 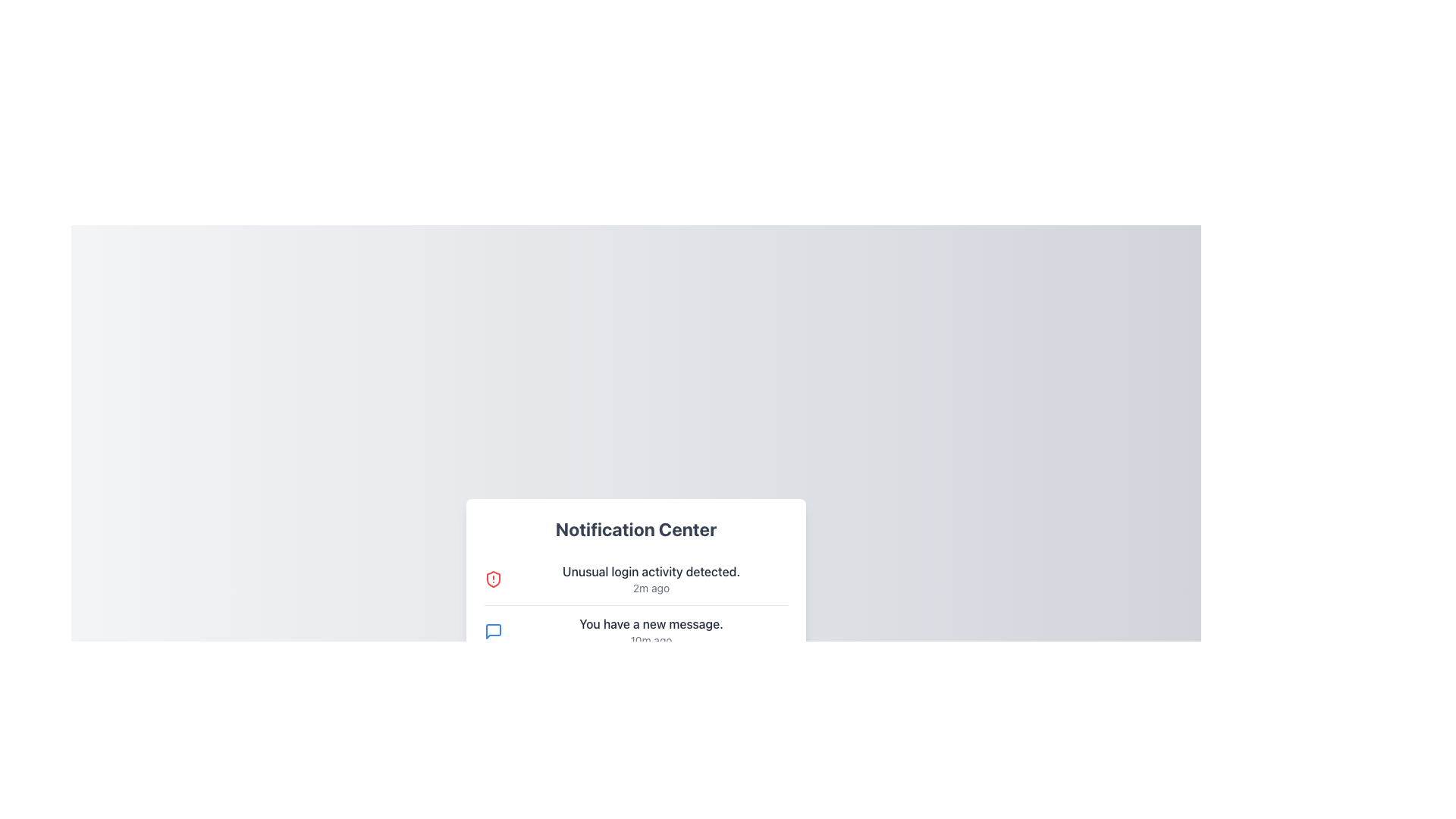 I want to click on the first notification item in the Notification Center that informs about suspicious login activity, so click(x=651, y=579).